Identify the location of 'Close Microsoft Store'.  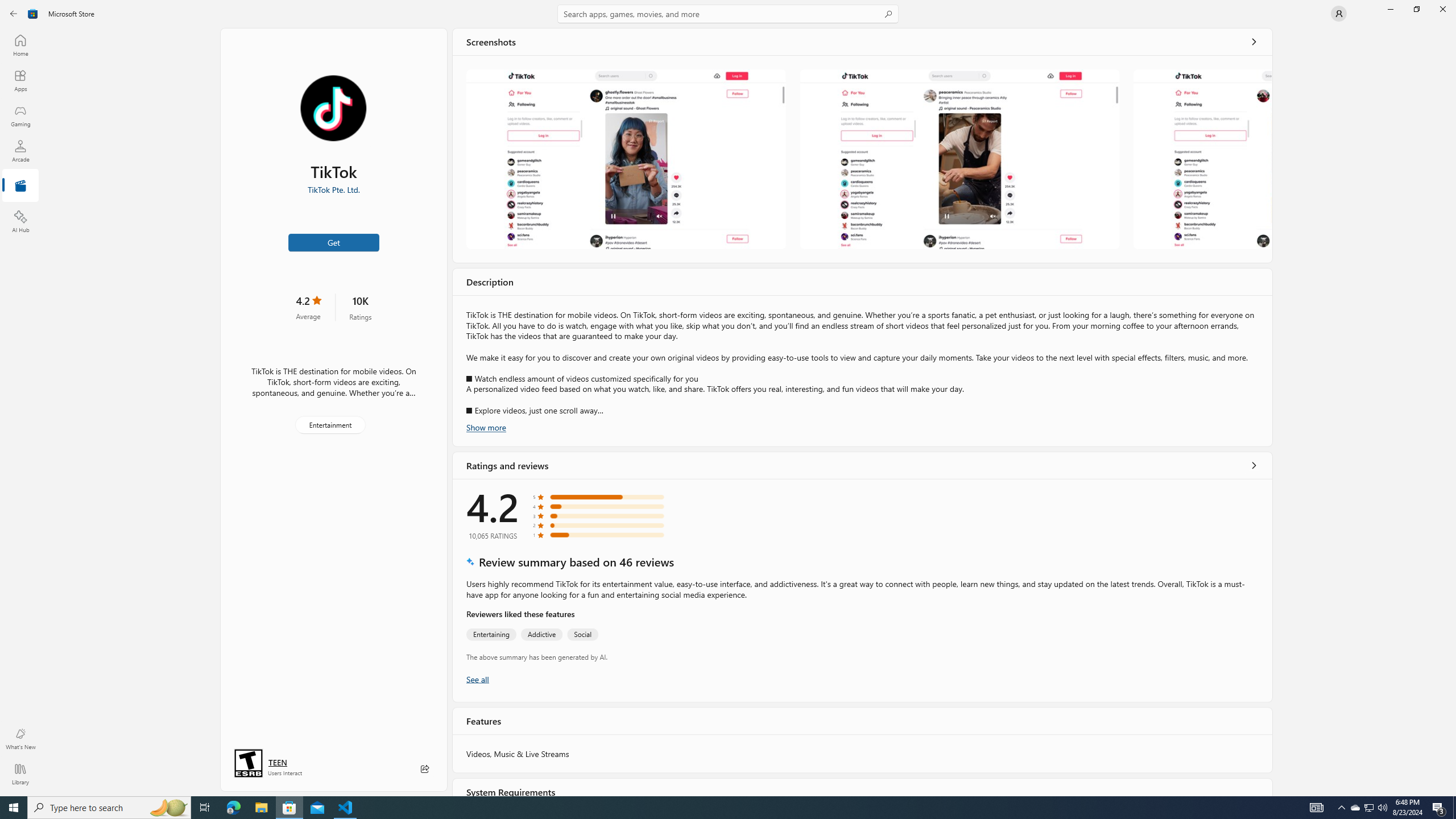
(1442, 9).